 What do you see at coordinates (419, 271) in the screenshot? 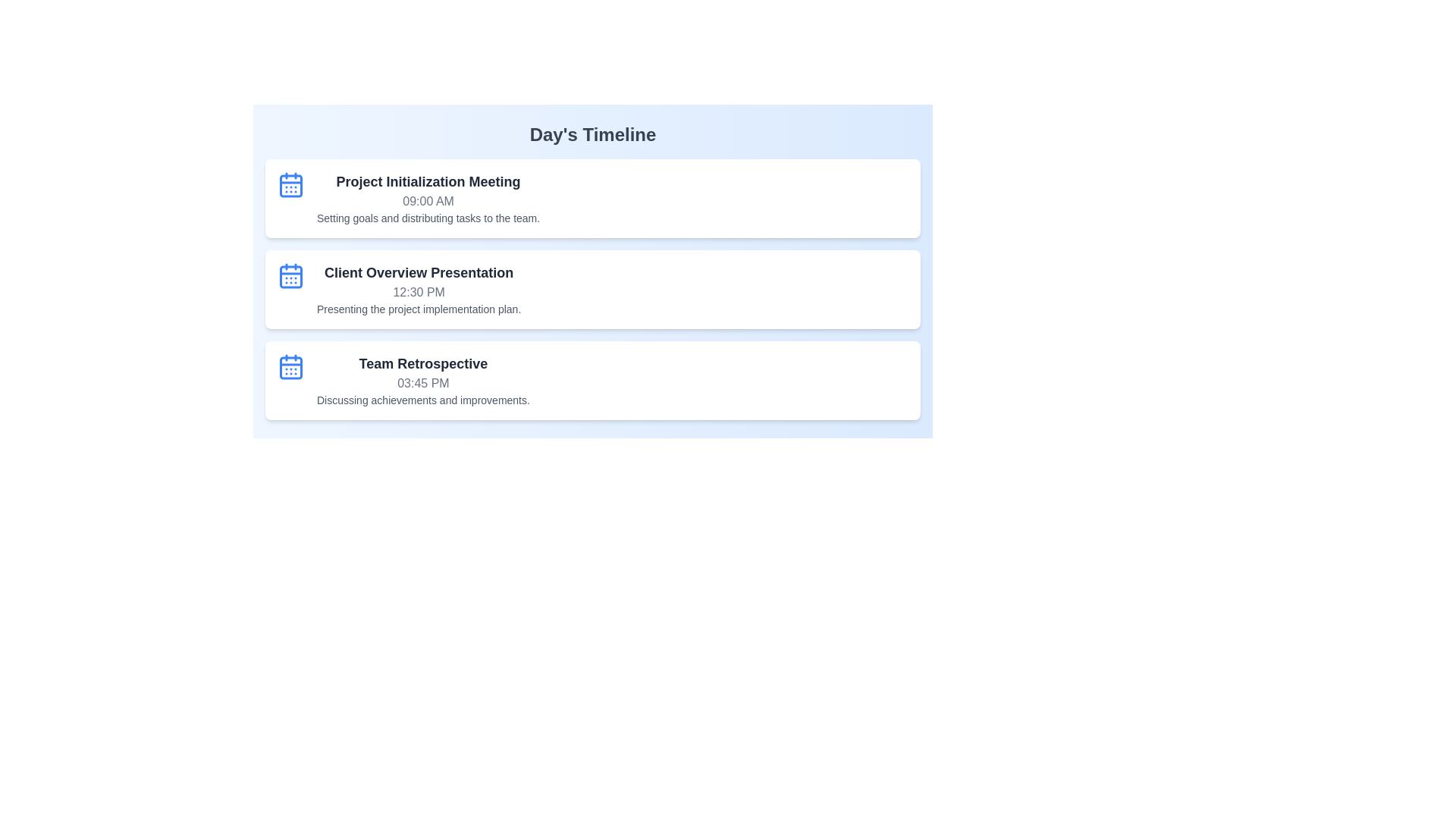
I see `the heading 'Client Overview Presentation' which identifies the second event in the timeline, located between 'Project Initialization Meeting' and 'Team Retrospective'` at bounding box center [419, 271].